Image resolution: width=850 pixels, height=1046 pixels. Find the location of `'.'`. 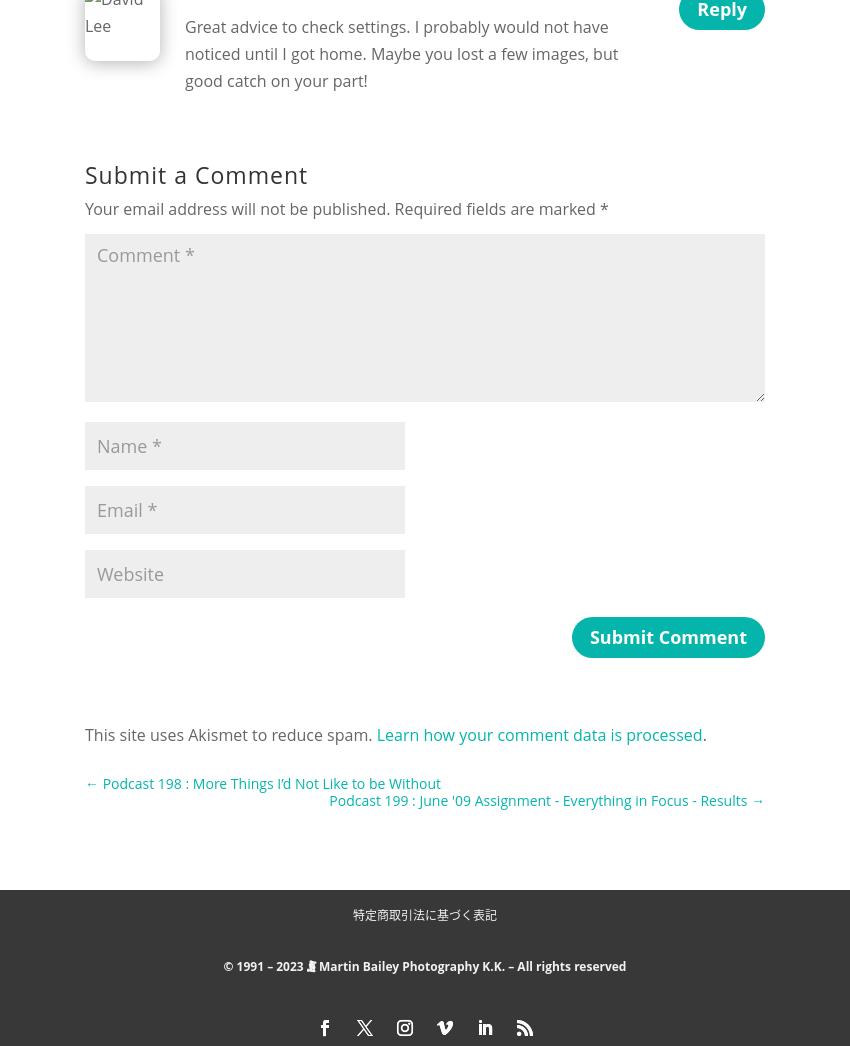

'.' is located at coordinates (702, 734).